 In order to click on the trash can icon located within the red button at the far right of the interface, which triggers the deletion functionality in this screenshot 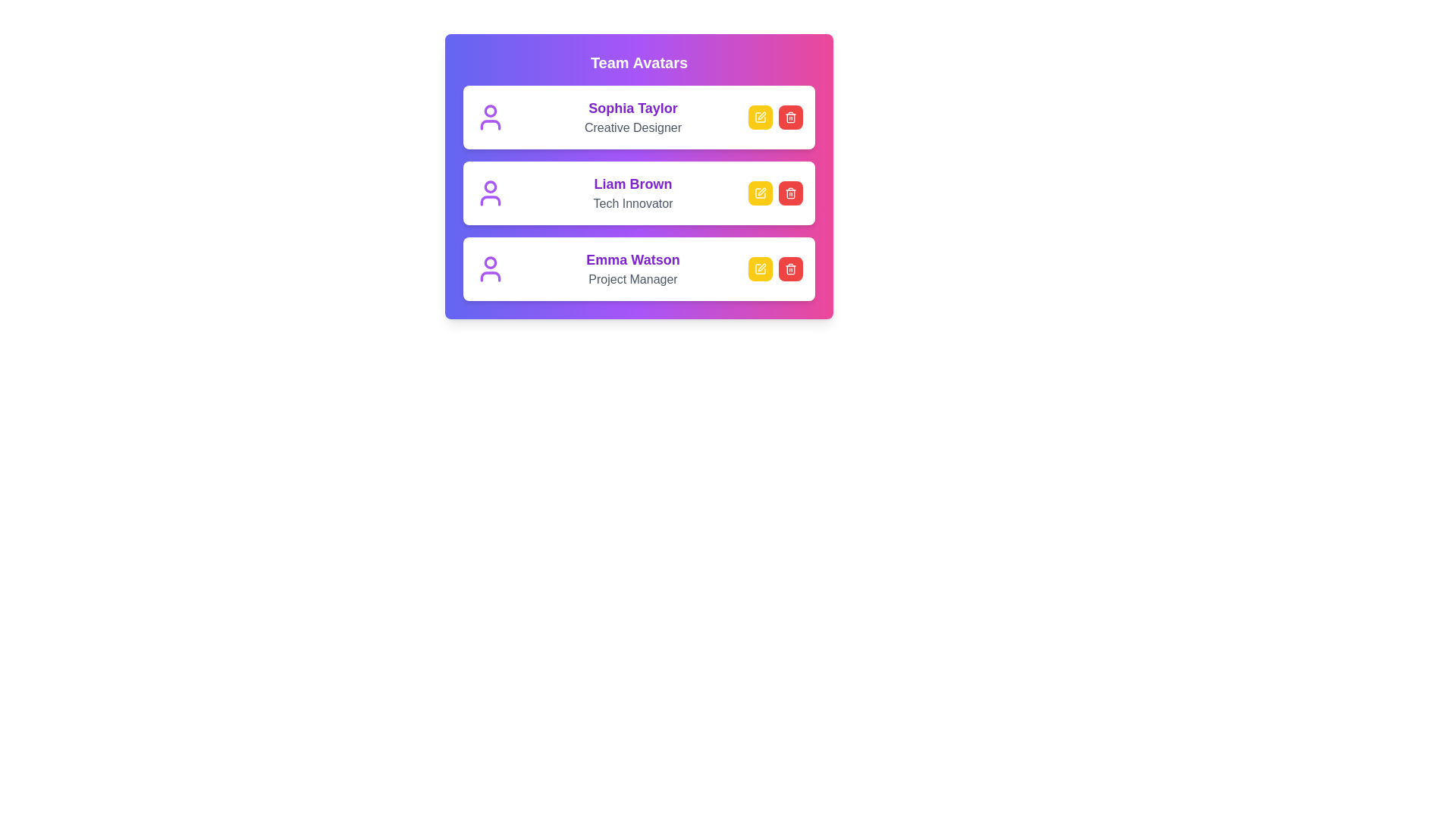, I will do `click(789, 268)`.